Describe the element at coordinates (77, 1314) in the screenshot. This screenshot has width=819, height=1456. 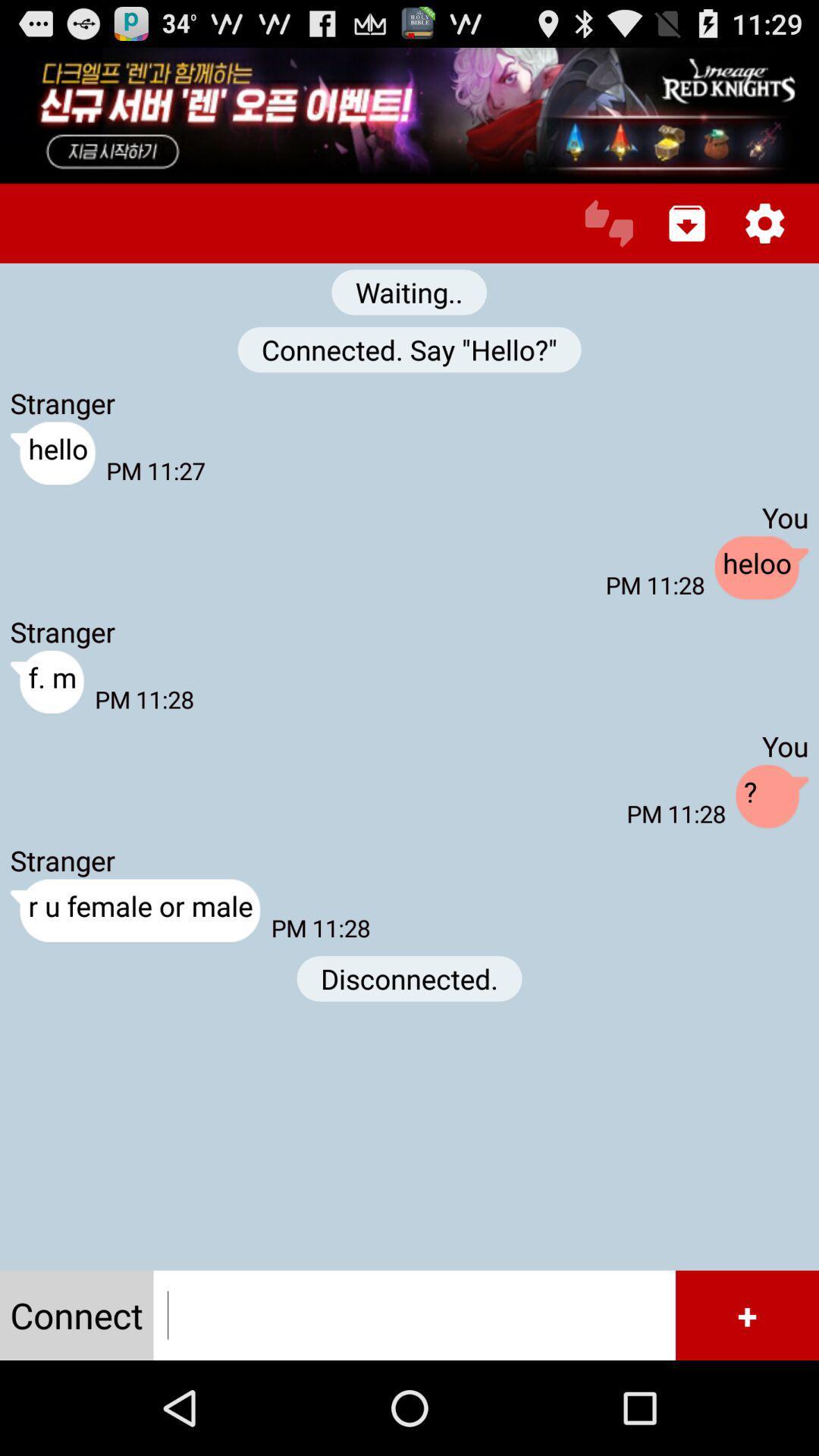
I see `icon at the bottom left corner` at that location.